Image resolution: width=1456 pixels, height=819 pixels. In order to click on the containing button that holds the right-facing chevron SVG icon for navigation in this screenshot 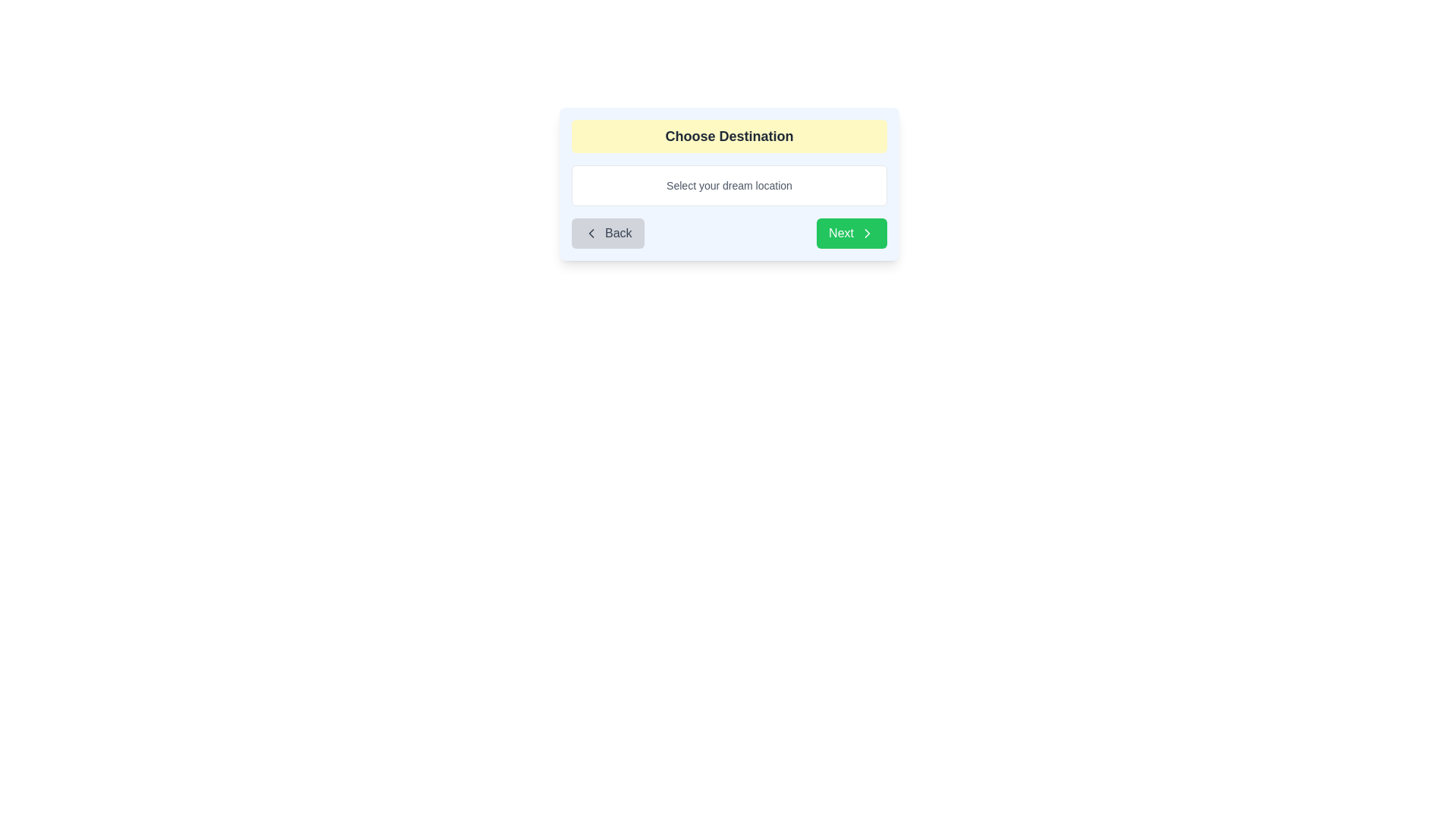, I will do `click(867, 234)`.